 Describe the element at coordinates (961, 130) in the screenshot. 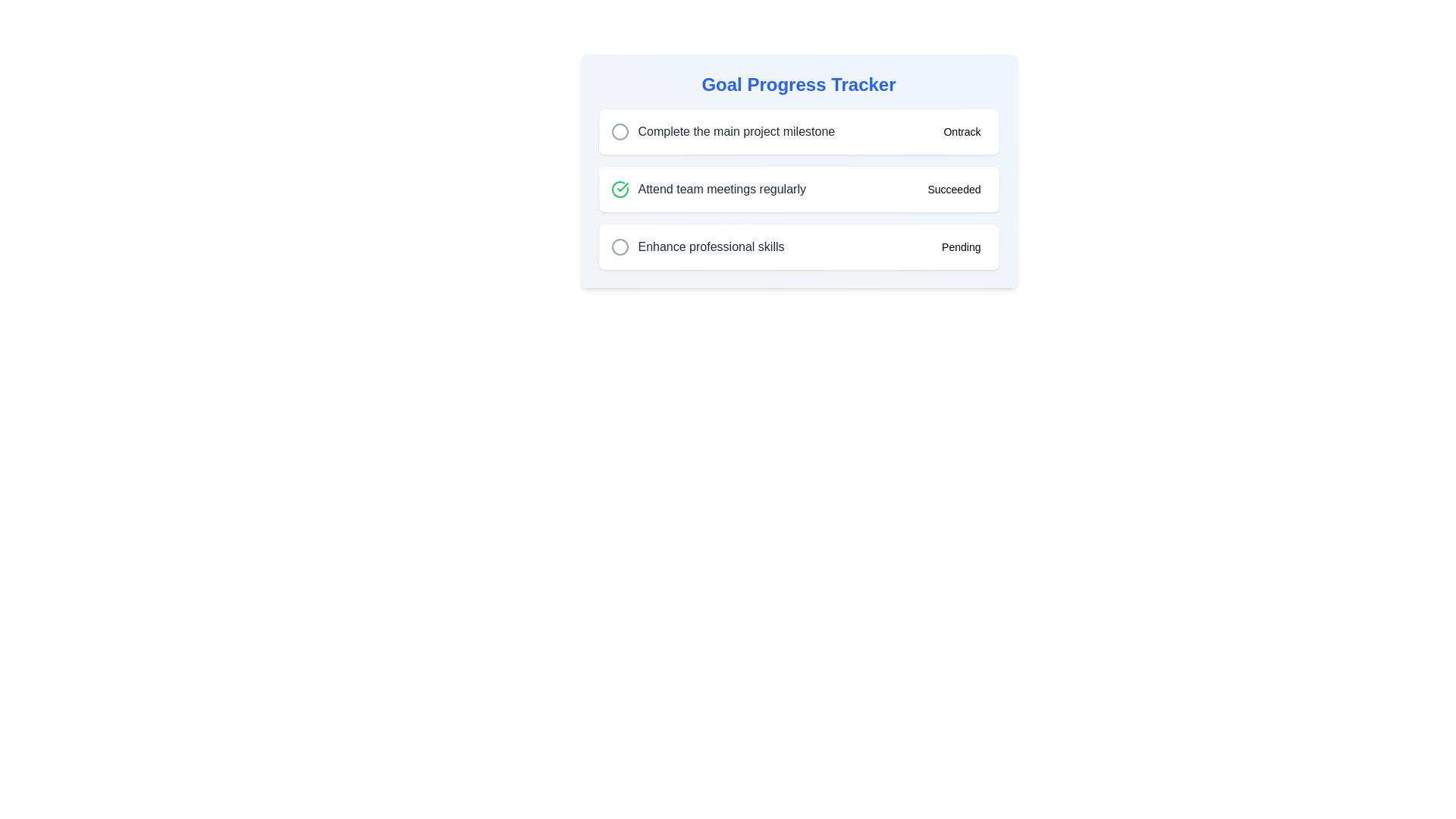

I see `status displayed on the 'Ontrack' Badge located to the right of the text 'Complete the main project milestone.'` at that location.